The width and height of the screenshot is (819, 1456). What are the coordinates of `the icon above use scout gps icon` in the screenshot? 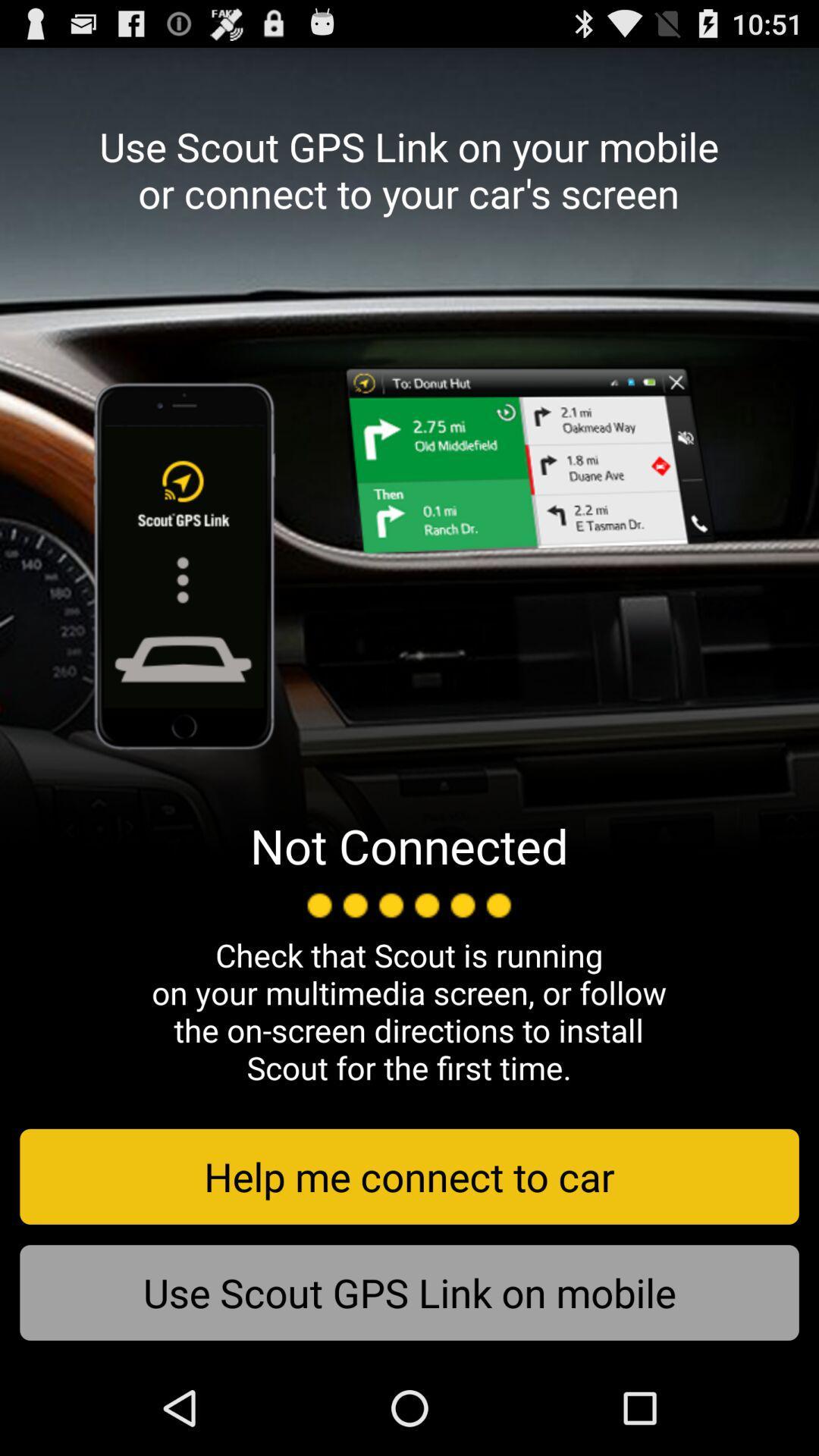 It's located at (409, 1175).